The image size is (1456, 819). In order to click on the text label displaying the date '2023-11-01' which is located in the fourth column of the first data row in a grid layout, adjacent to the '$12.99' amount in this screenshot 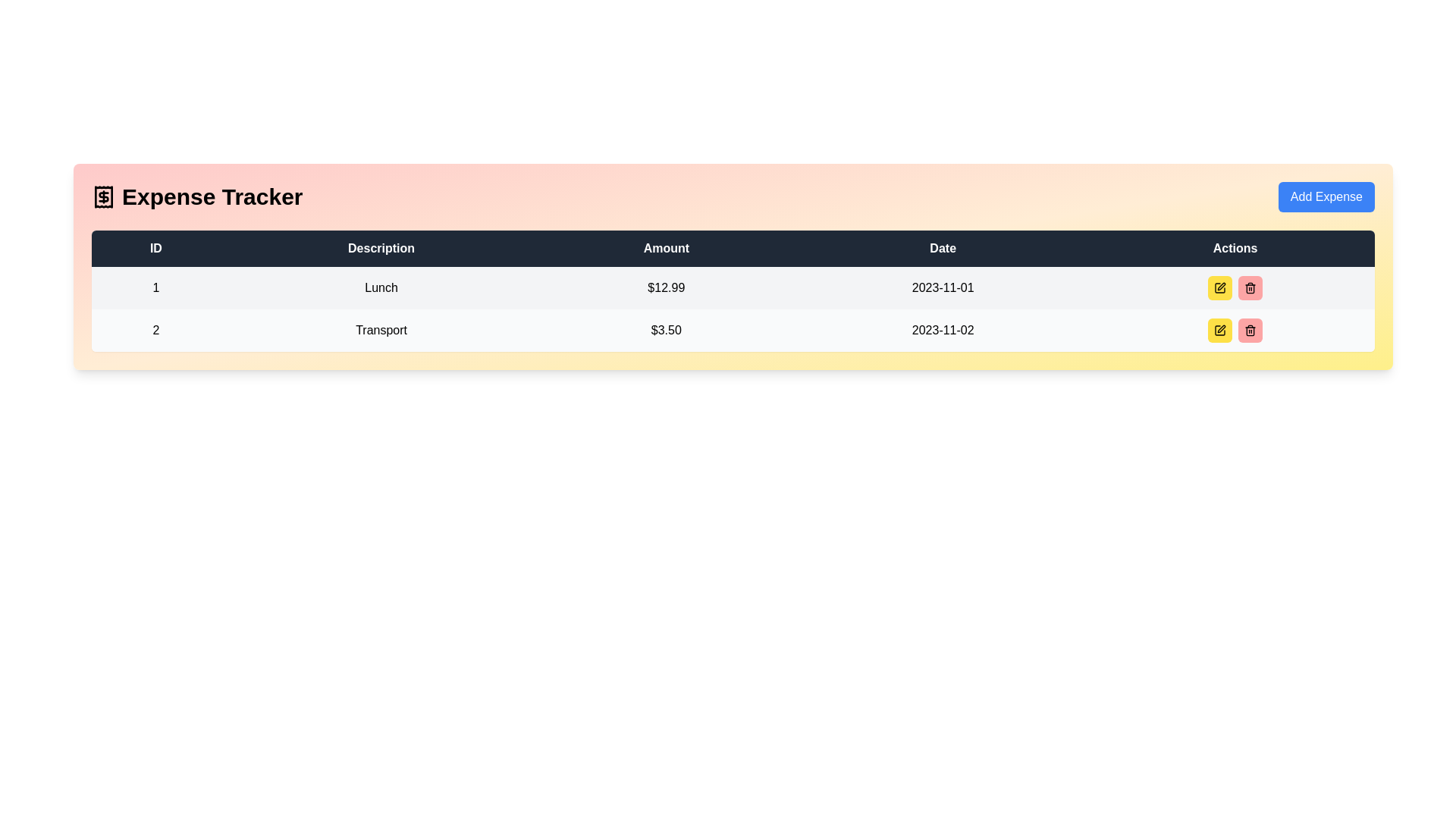, I will do `click(942, 288)`.